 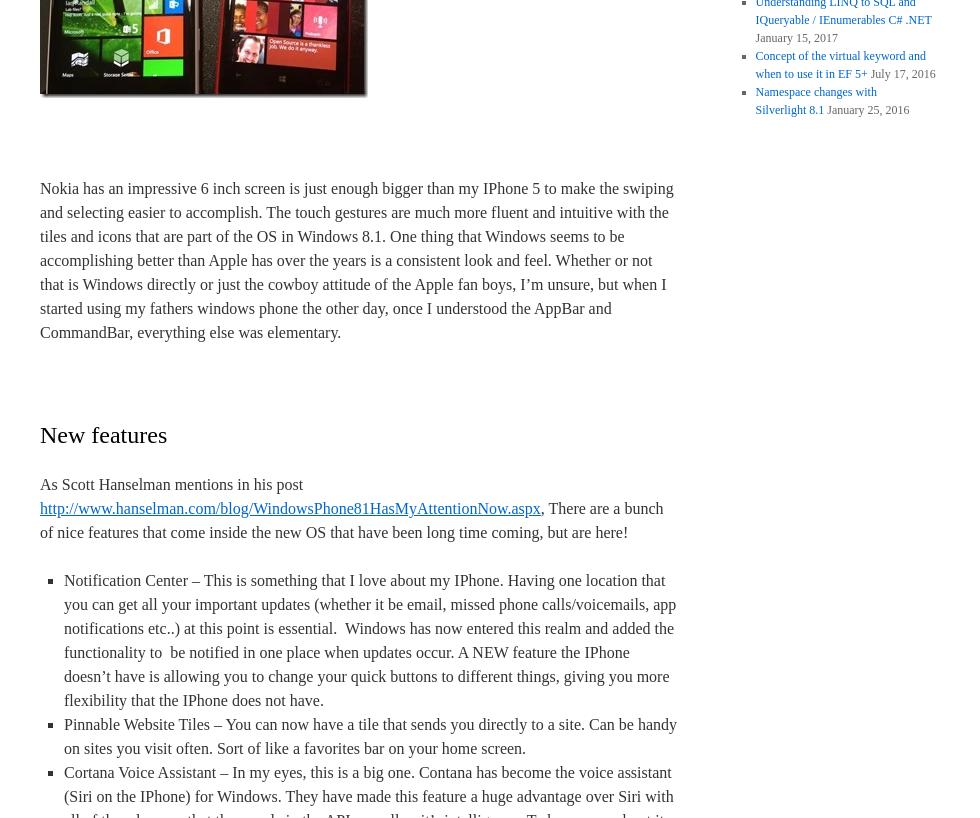 What do you see at coordinates (171, 484) in the screenshot?
I see `'As Scott Hanselman mentions in his post'` at bounding box center [171, 484].